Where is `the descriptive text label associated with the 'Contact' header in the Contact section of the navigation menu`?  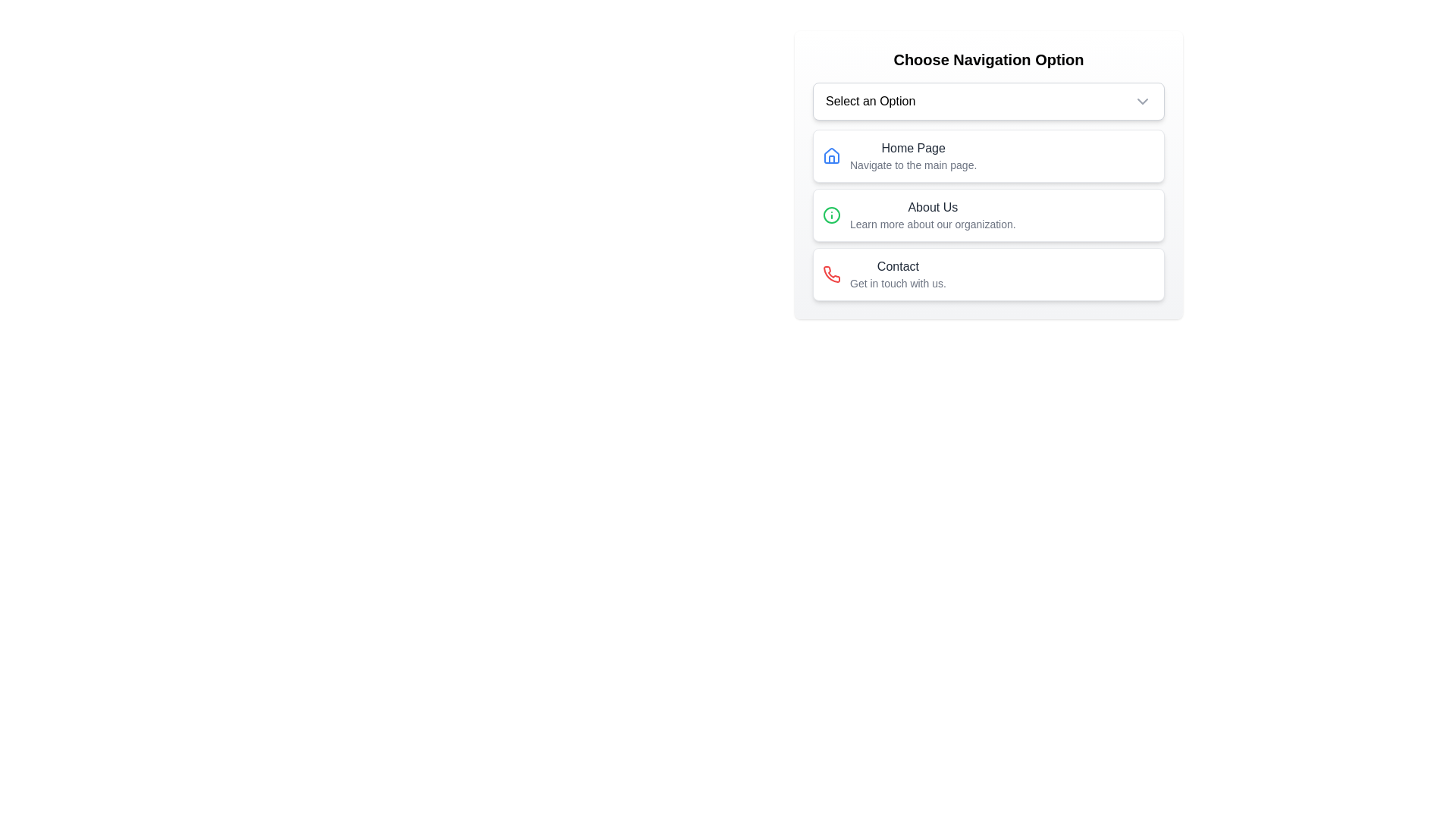
the descriptive text label associated with the 'Contact' header in the Contact section of the navigation menu is located at coordinates (898, 284).